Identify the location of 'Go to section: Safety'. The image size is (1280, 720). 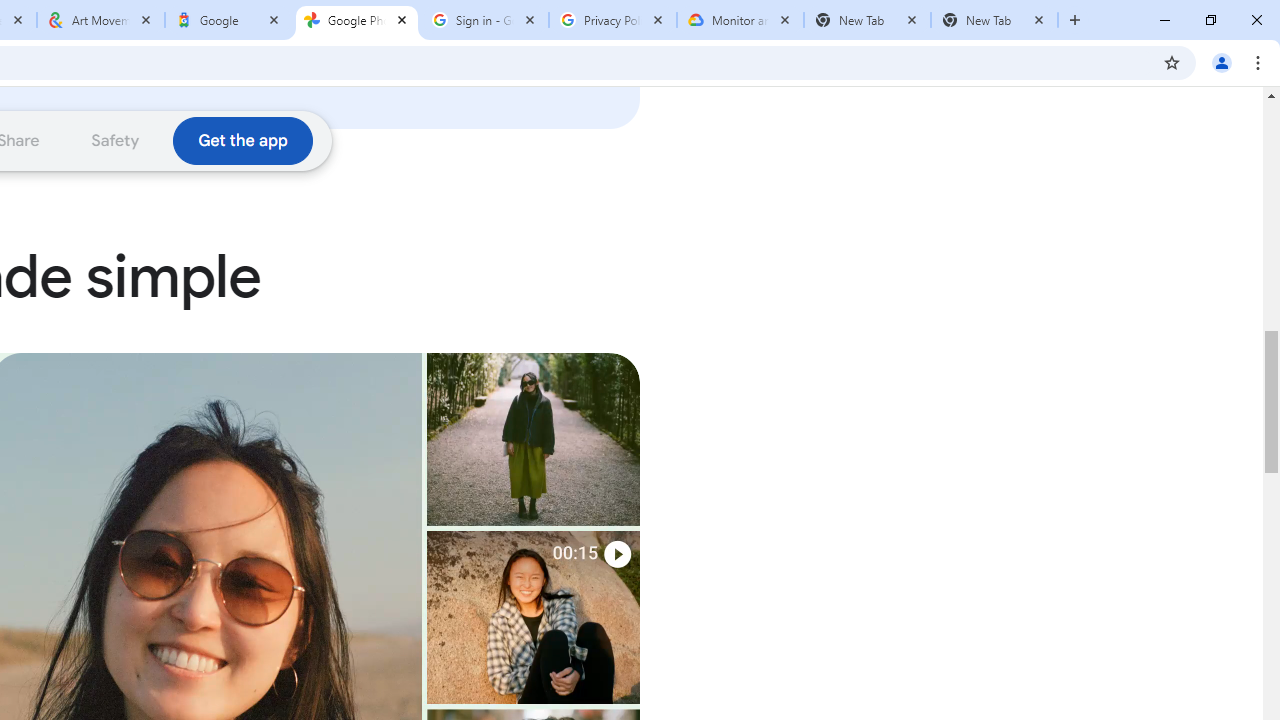
(114, 139).